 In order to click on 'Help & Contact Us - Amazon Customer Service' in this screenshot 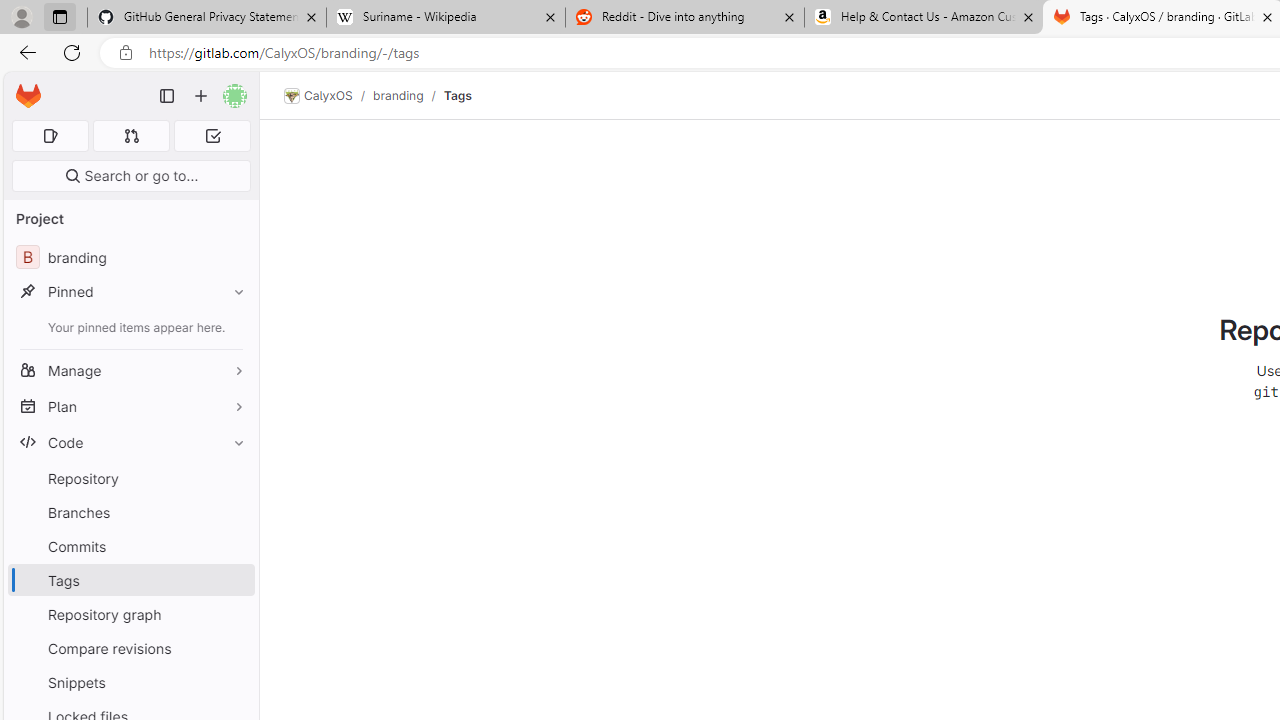, I will do `click(923, 17)`.